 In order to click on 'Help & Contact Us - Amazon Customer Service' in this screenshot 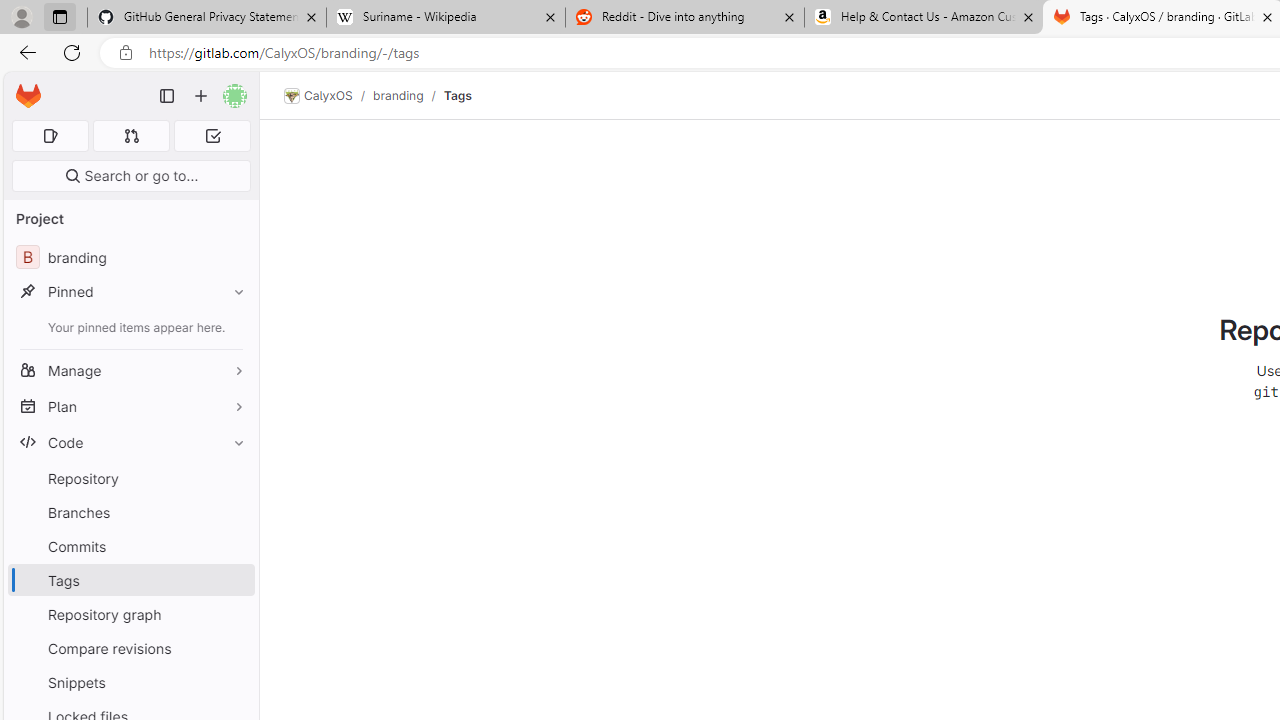, I will do `click(923, 17)`.